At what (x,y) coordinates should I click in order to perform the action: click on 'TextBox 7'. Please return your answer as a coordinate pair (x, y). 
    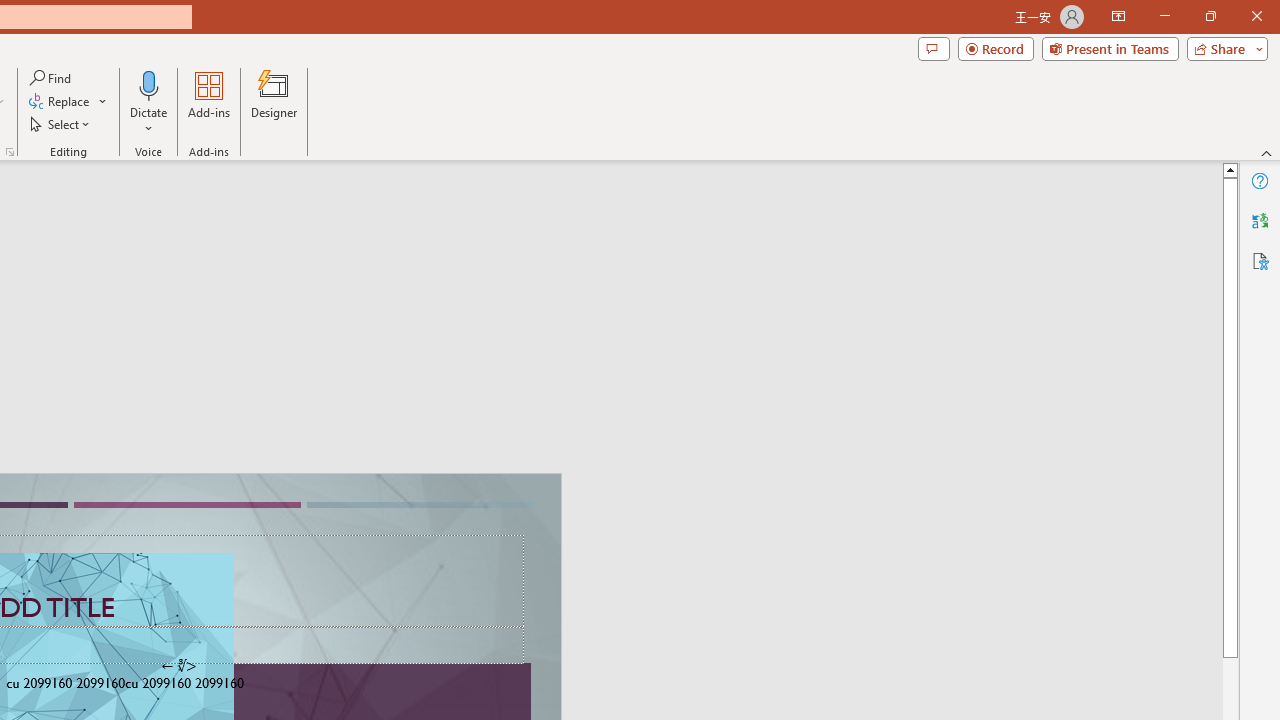
    Looking at the image, I should click on (179, 666).